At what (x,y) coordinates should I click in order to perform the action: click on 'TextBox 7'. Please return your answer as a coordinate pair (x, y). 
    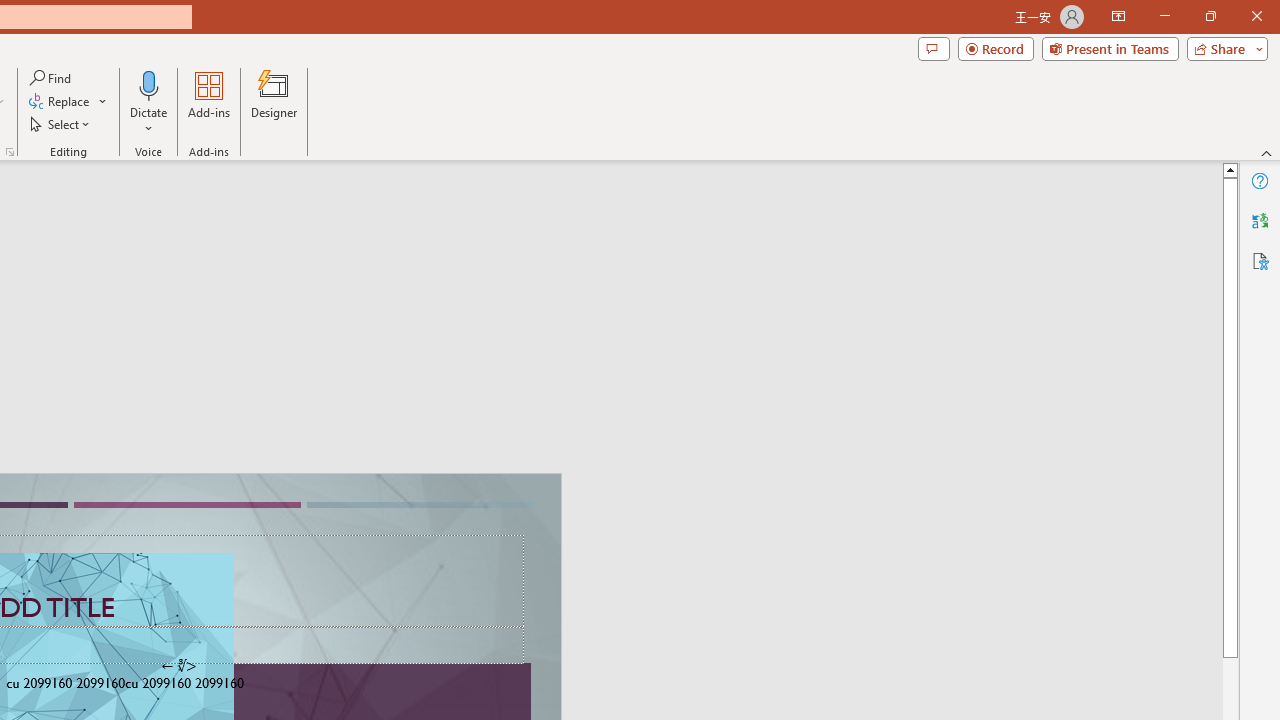
    Looking at the image, I should click on (179, 666).